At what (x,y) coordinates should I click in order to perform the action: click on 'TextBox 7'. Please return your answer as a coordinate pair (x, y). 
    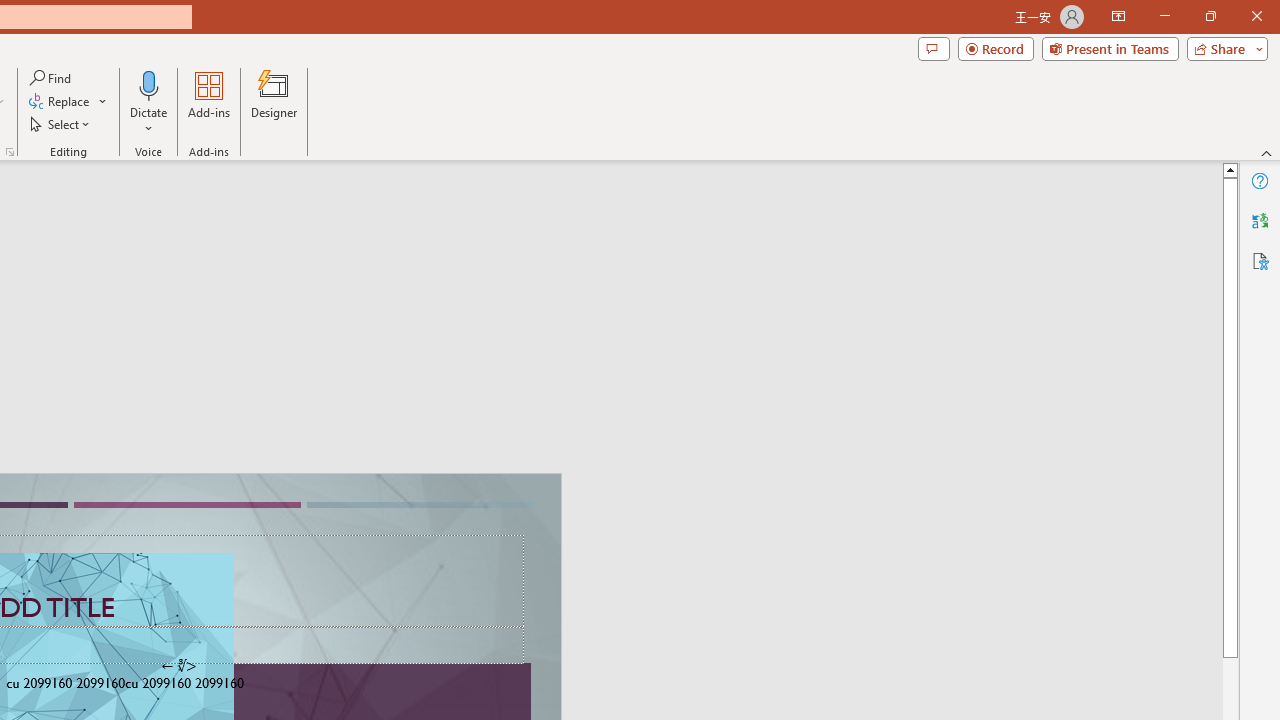
    Looking at the image, I should click on (179, 666).